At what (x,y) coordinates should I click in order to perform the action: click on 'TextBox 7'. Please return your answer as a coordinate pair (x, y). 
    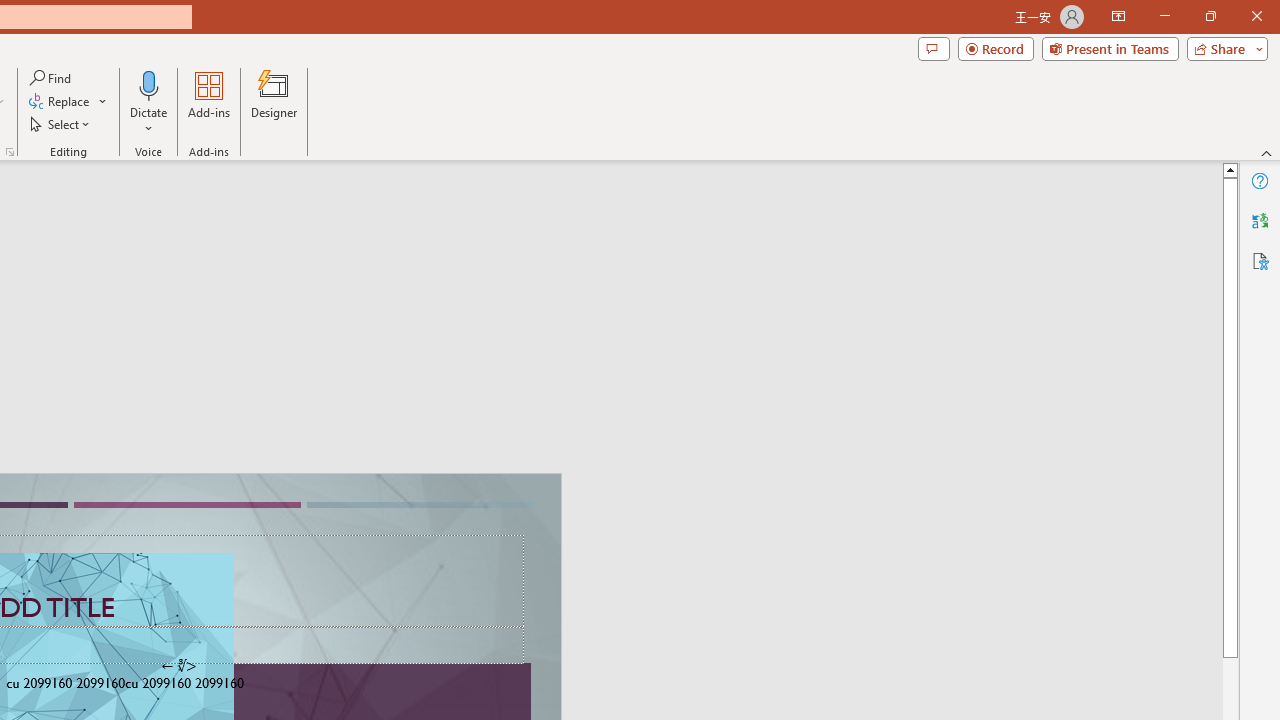
    Looking at the image, I should click on (179, 666).